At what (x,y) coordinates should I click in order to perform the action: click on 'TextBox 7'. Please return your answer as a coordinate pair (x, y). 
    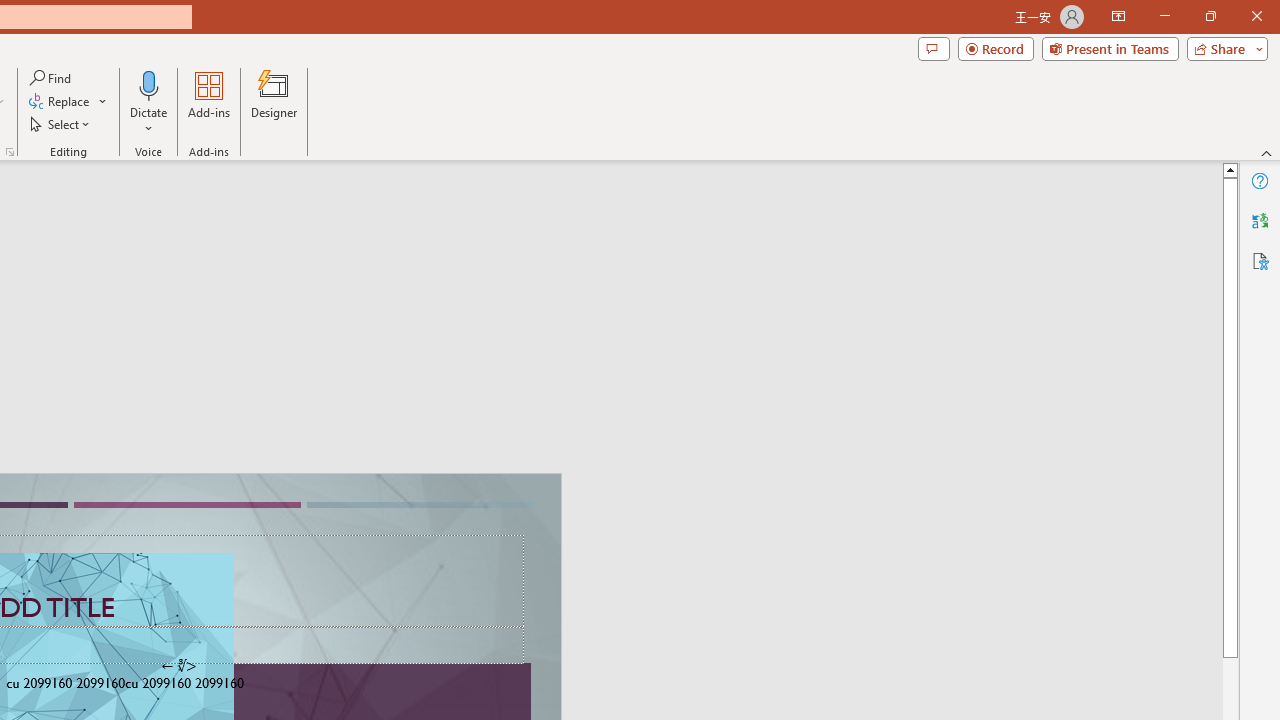
    Looking at the image, I should click on (179, 666).